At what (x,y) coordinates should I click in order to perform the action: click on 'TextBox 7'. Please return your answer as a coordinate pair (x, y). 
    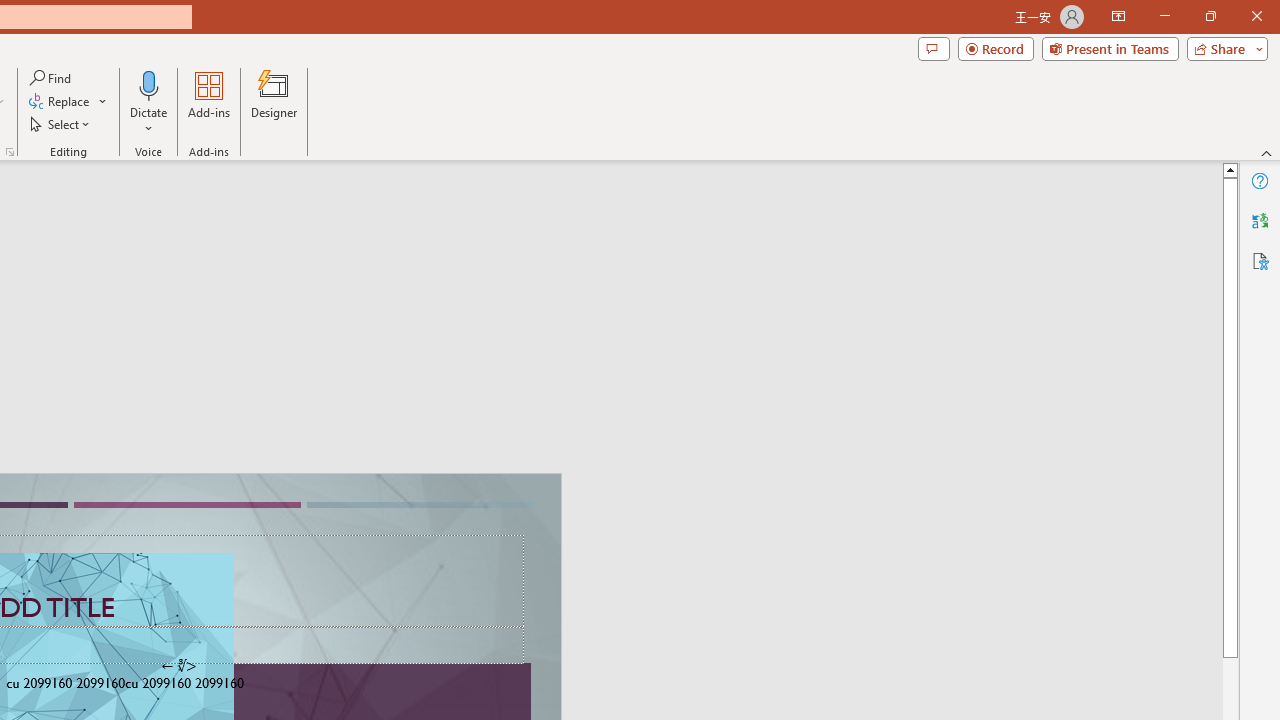
    Looking at the image, I should click on (179, 666).